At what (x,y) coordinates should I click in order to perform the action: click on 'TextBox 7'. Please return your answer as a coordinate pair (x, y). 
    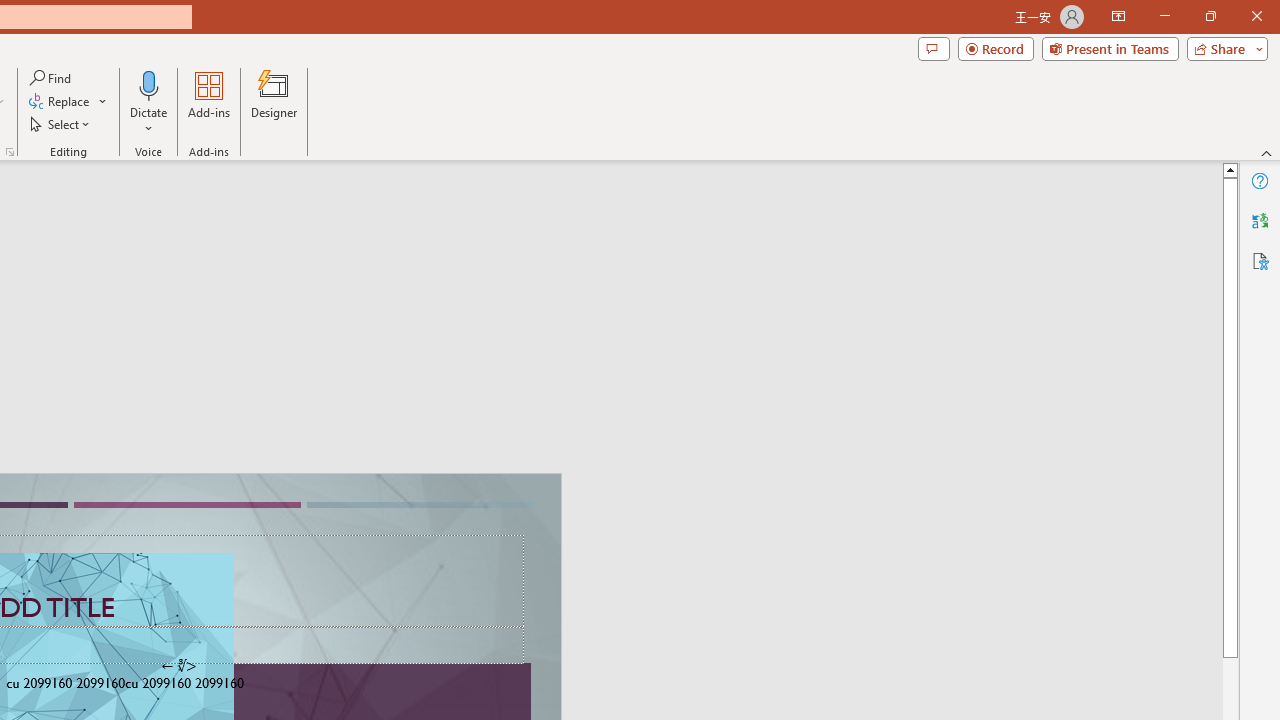
    Looking at the image, I should click on (179, 666).